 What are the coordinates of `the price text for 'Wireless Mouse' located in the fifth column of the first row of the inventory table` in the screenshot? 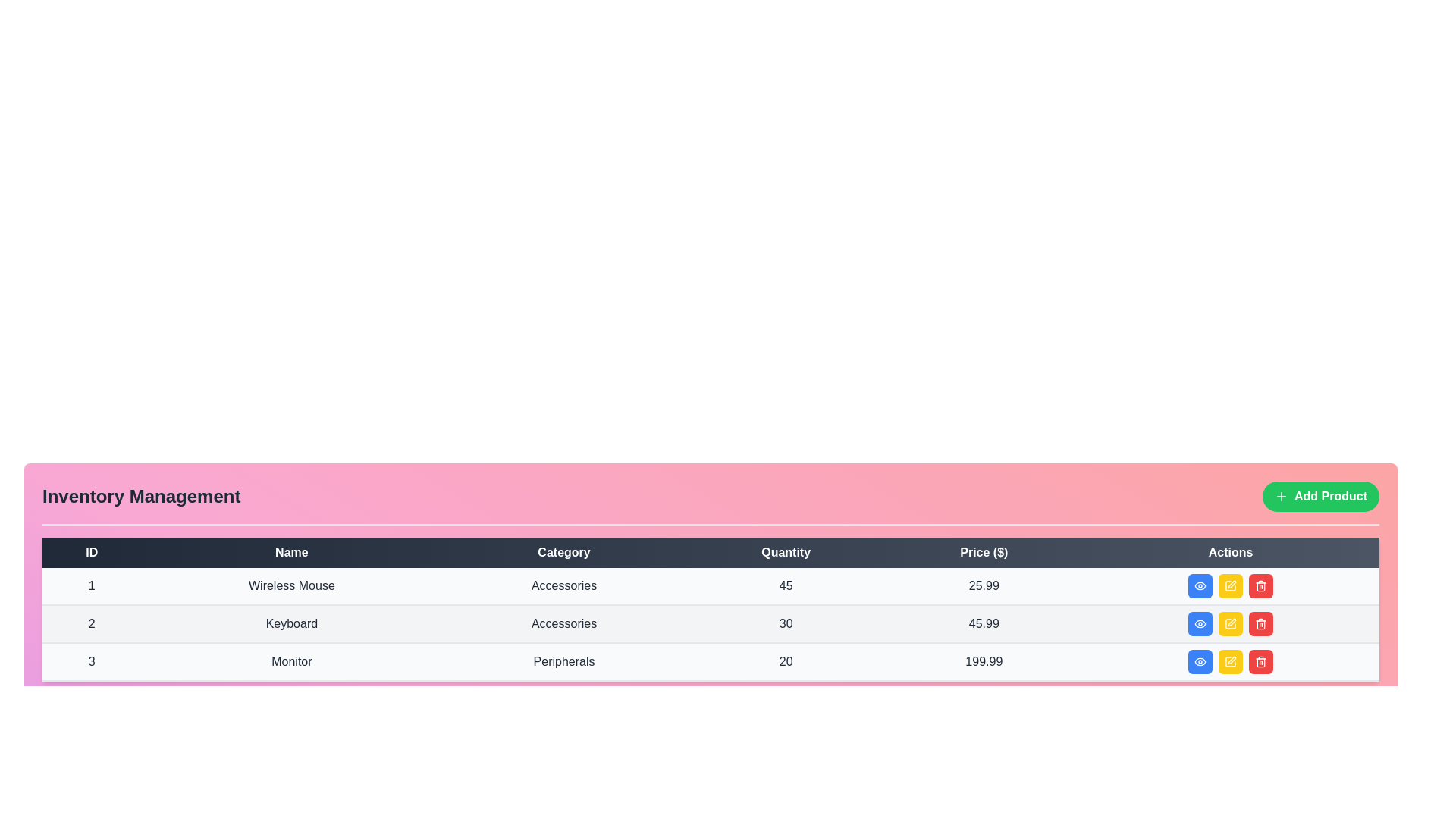 It's located at (984, 585).